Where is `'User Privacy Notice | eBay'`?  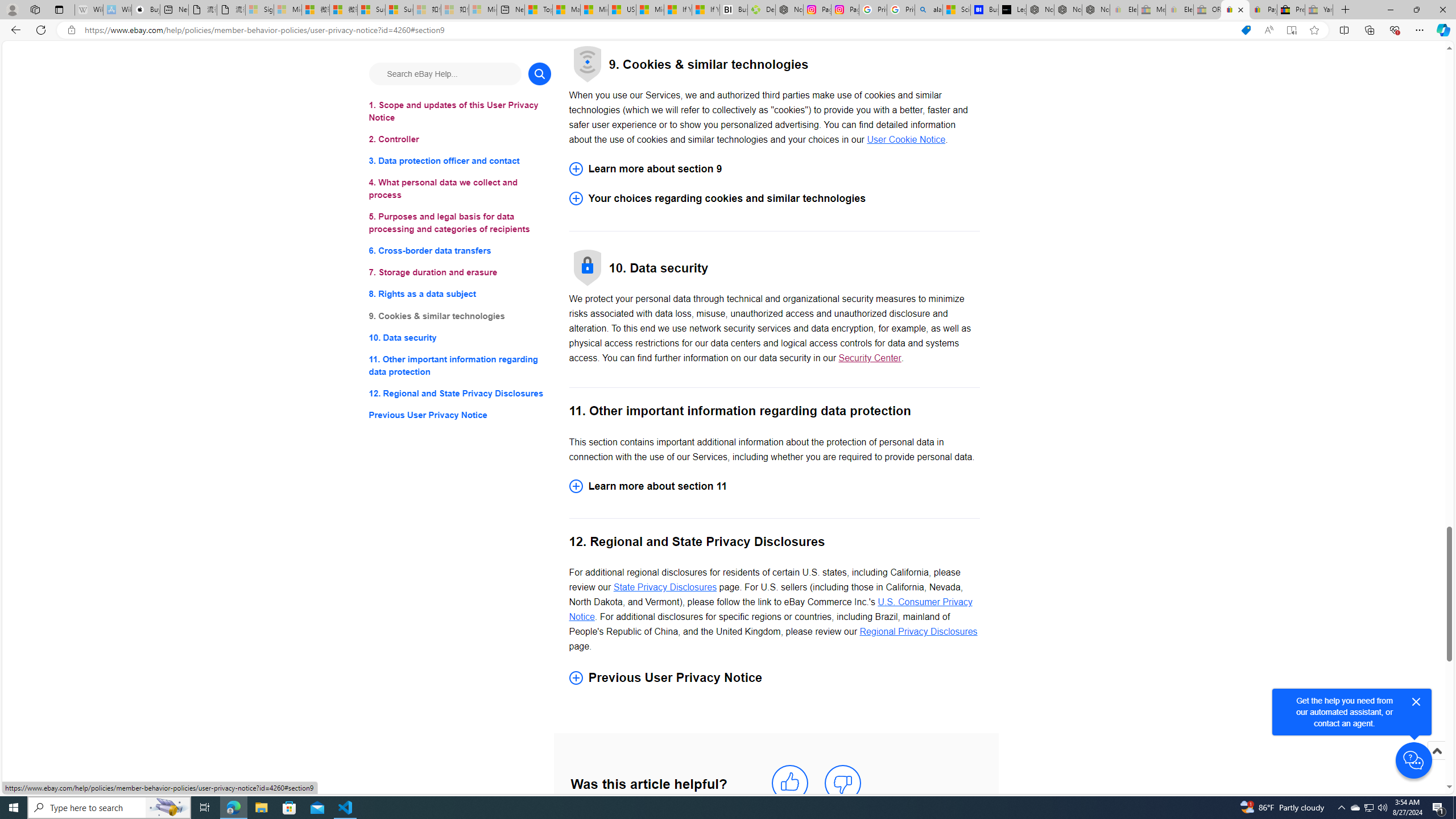 'User Privacy Notice | eBay' is located at coordinates (1235, 9).